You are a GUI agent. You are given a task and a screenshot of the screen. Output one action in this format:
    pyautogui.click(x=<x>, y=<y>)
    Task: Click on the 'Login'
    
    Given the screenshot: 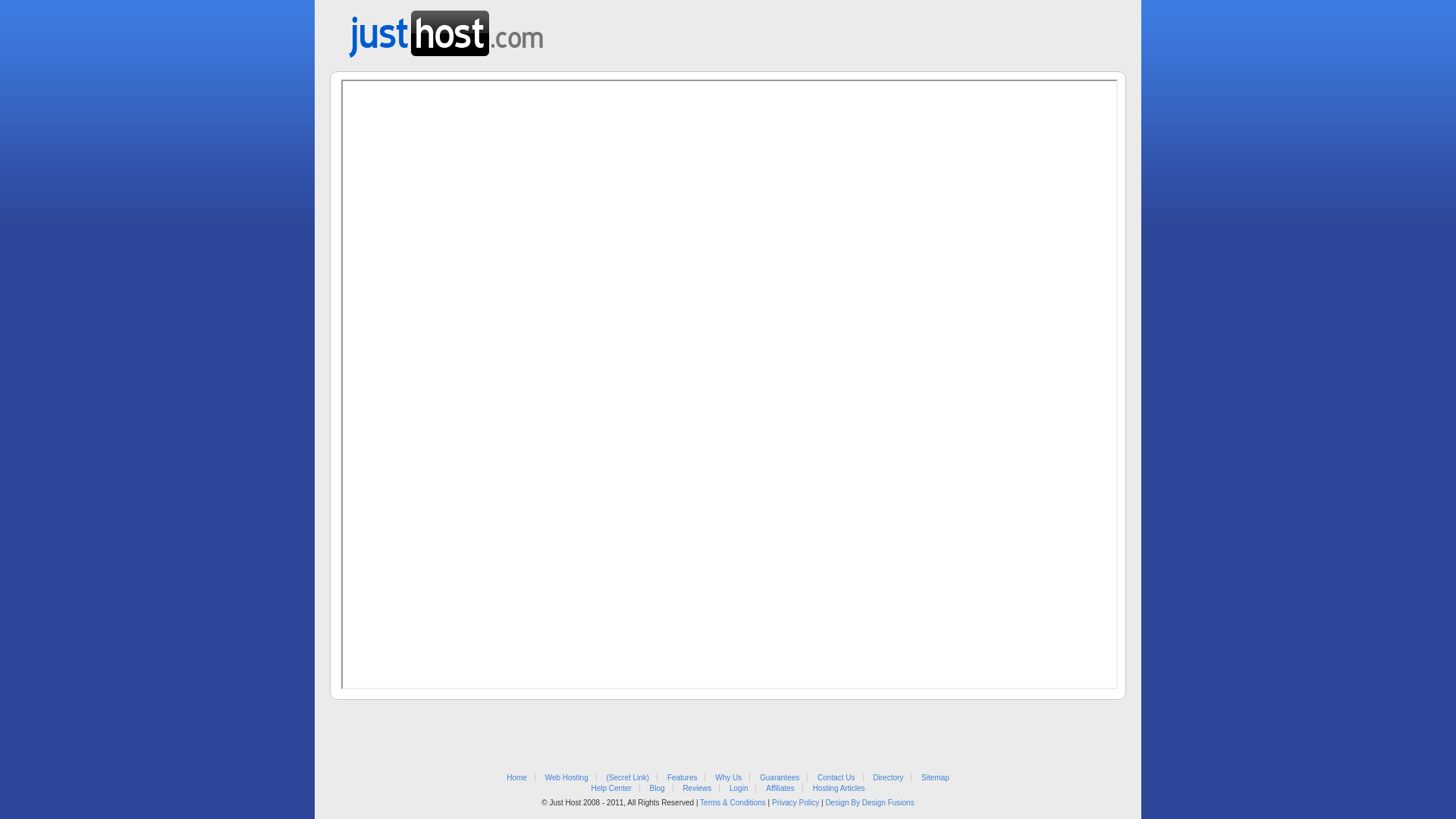 What is the action you would take?
    pyautogui.click(x=729, y=787)
    